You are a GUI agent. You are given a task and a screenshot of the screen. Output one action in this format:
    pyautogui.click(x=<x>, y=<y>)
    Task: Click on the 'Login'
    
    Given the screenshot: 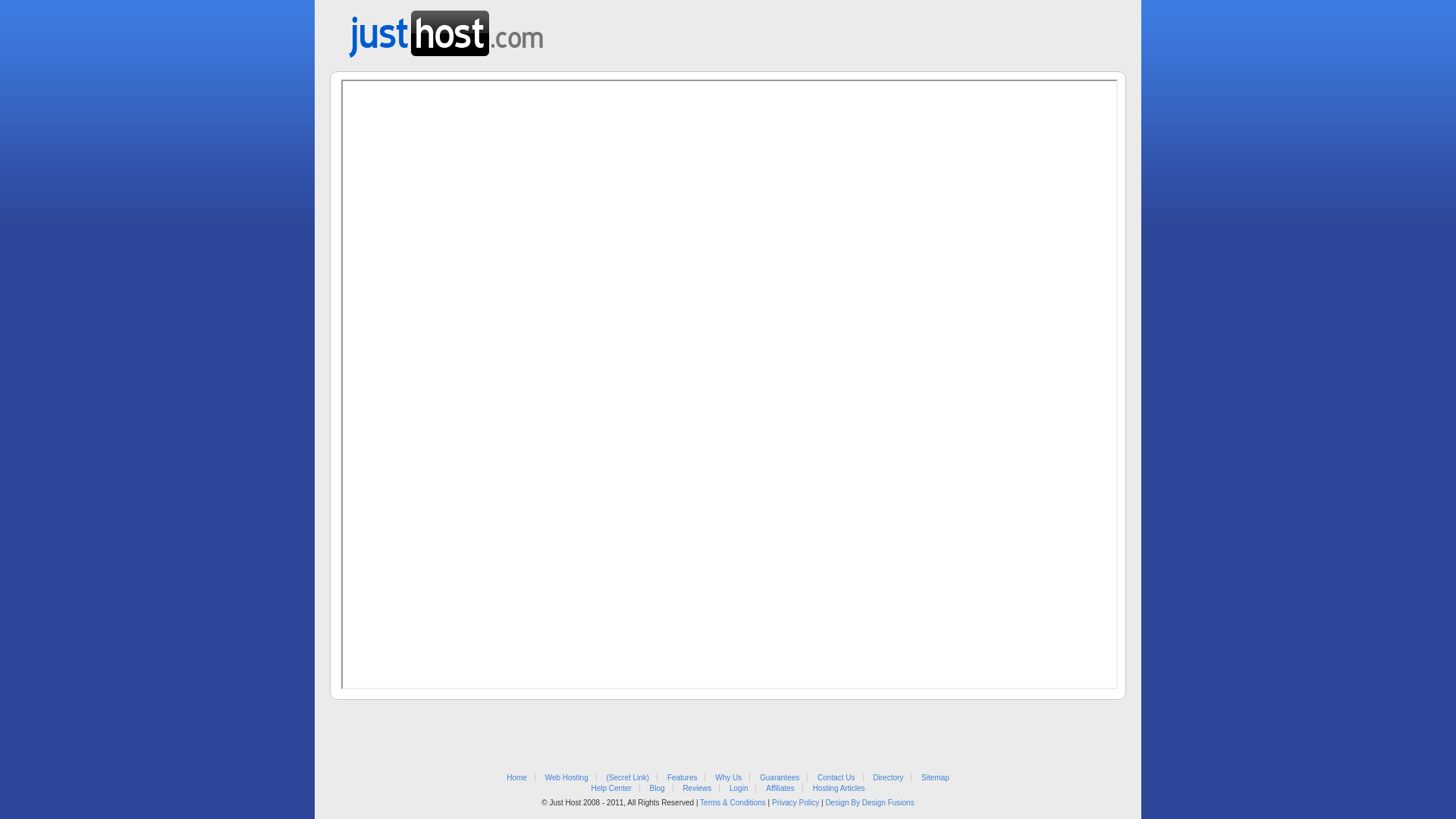 What is the action you would take?
    pyautogui.click(x=729, y=787)
    